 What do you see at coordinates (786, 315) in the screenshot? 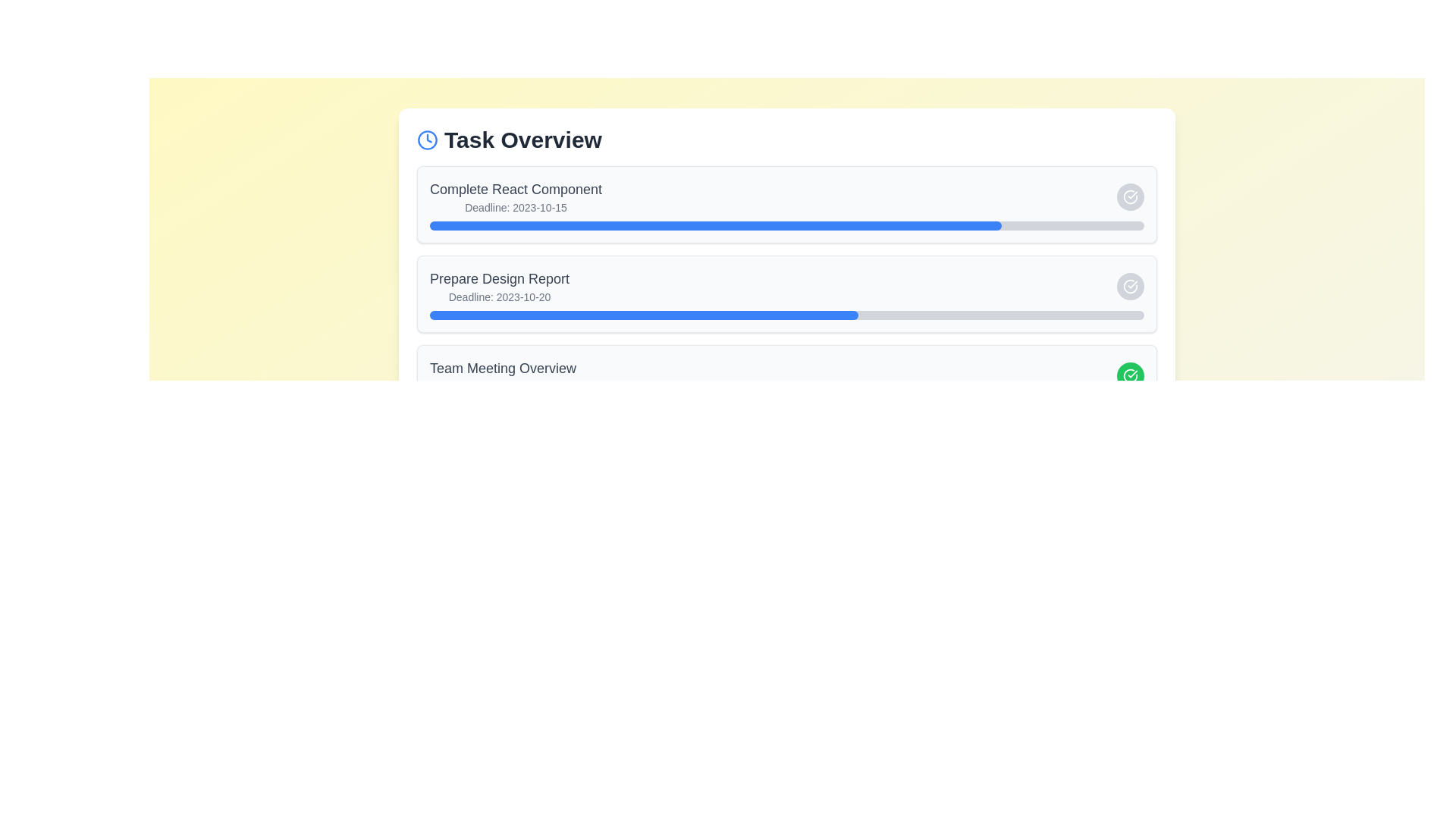
I see `the Progress Bar element located within the 'Prepare Design Report' task card, which has a gray background and a blue section indicating about 60% progress` at bounding box center [786, 315].